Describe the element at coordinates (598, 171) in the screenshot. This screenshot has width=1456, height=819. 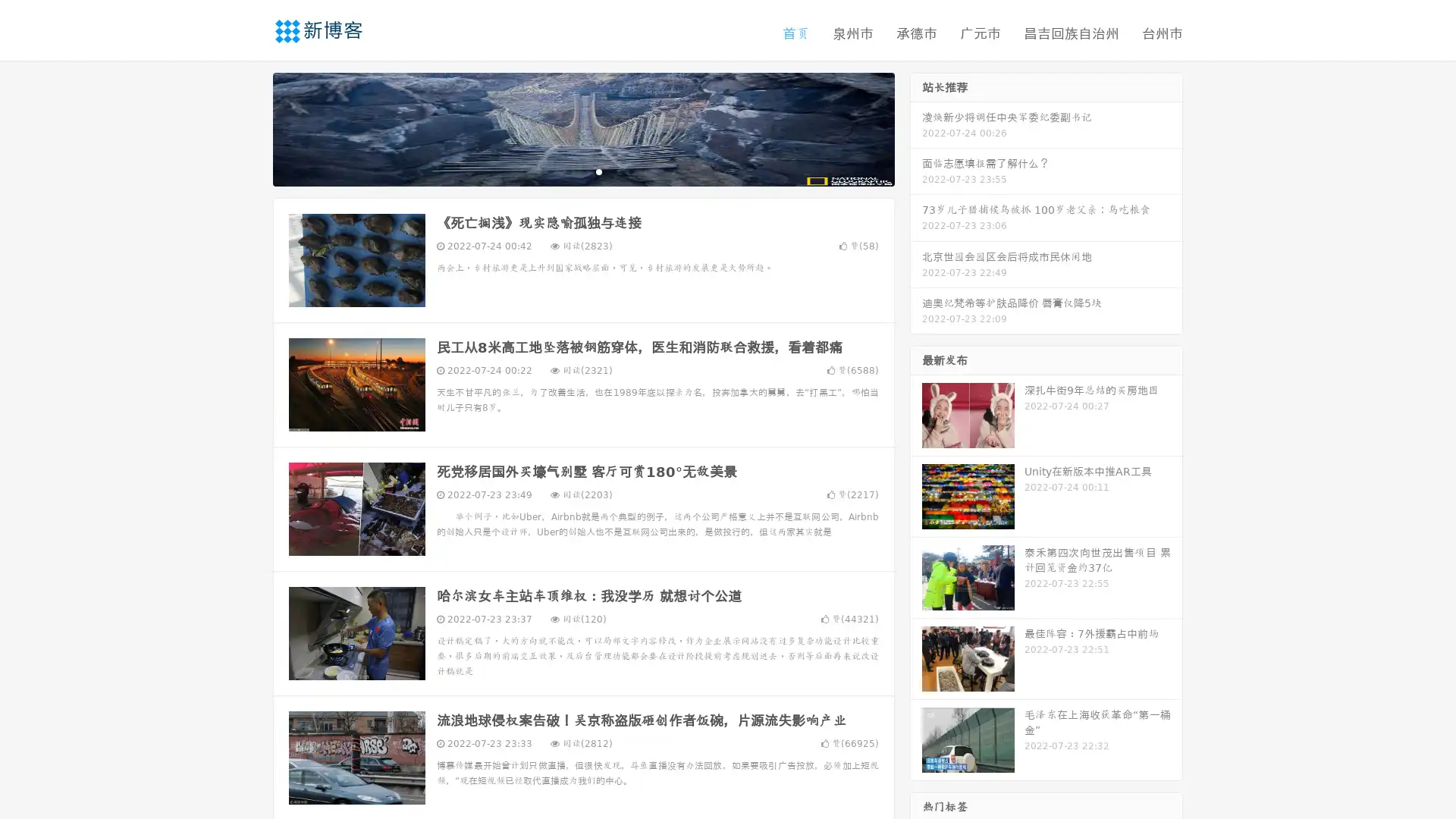
I see `Go to slide 3` at that location.